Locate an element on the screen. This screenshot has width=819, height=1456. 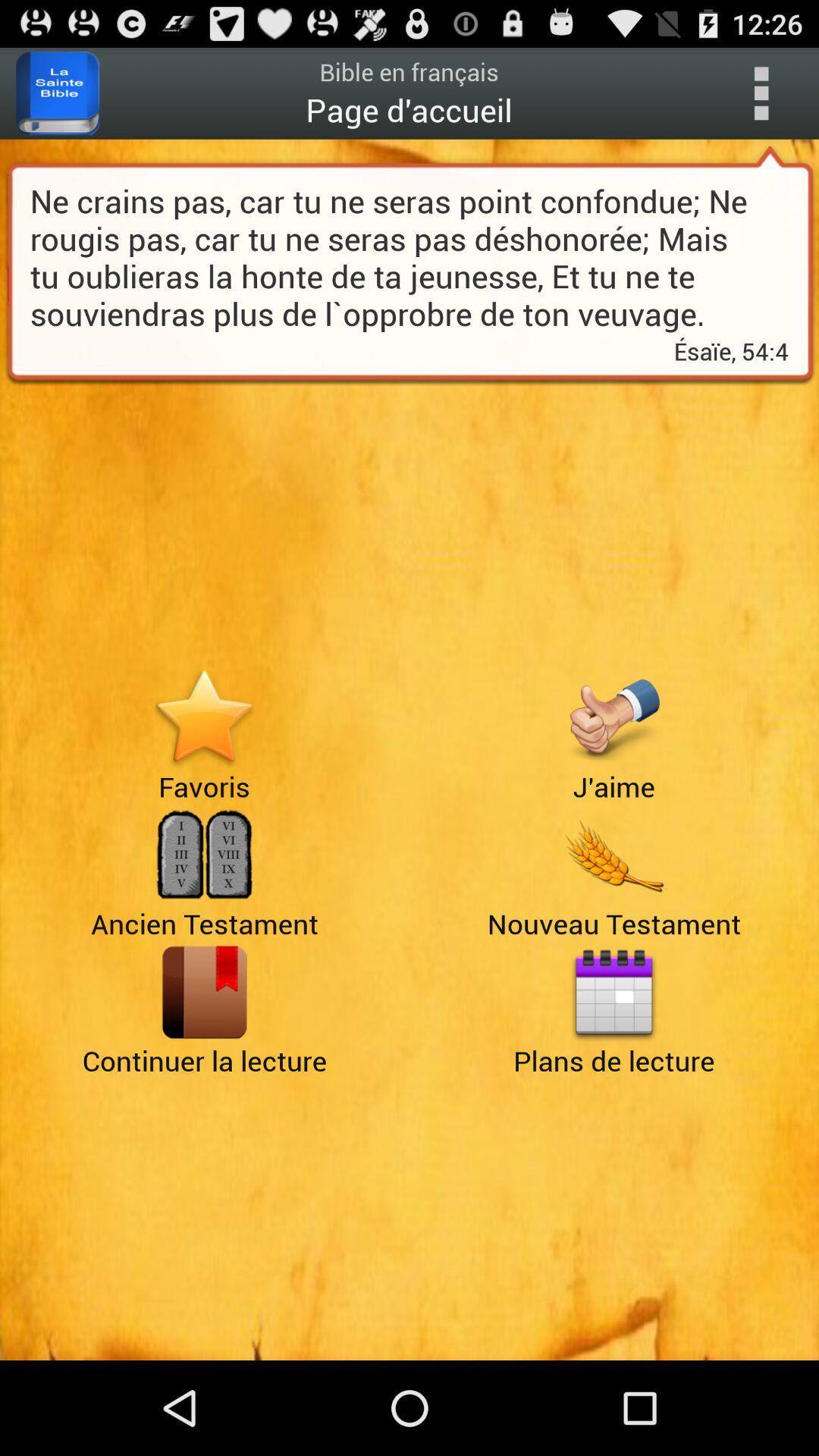
oppation is located at coordinates (761, 93).